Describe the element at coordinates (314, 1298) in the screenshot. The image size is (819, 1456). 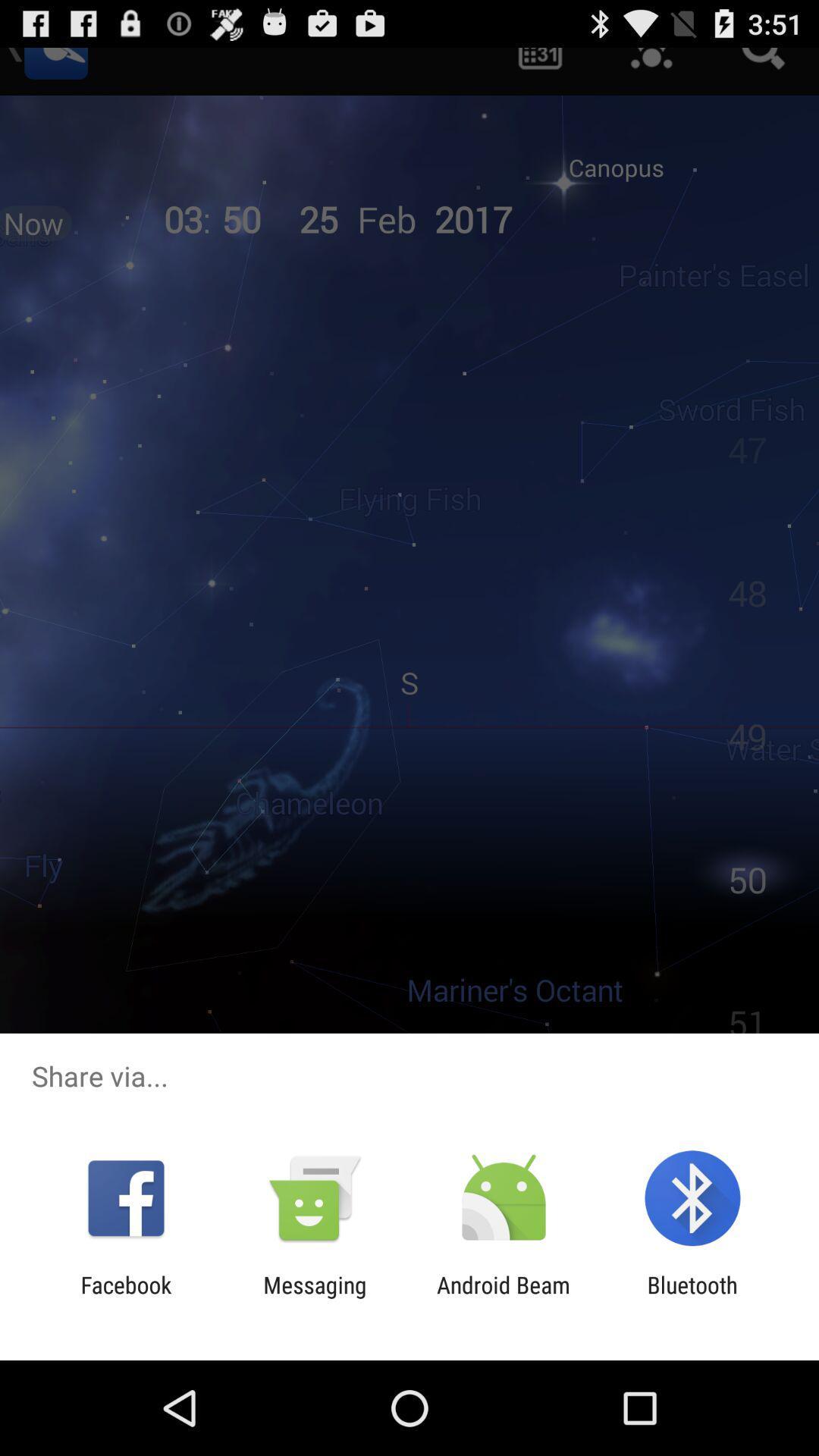
I see `messaging` at that location.